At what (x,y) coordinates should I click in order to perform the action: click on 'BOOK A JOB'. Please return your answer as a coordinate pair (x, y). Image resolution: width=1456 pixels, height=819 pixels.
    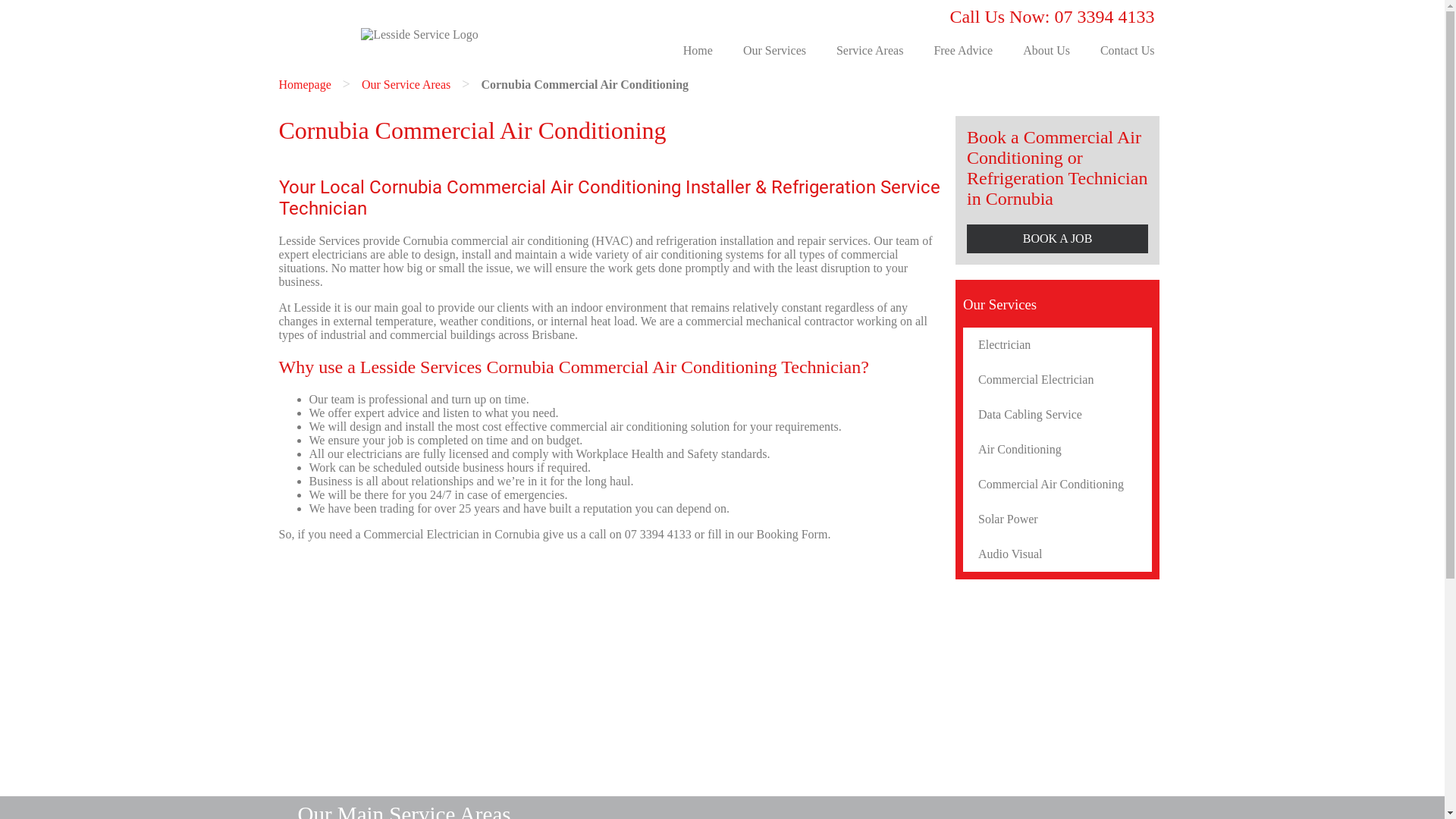
    Looking at the image, I should click on (1056, 239).